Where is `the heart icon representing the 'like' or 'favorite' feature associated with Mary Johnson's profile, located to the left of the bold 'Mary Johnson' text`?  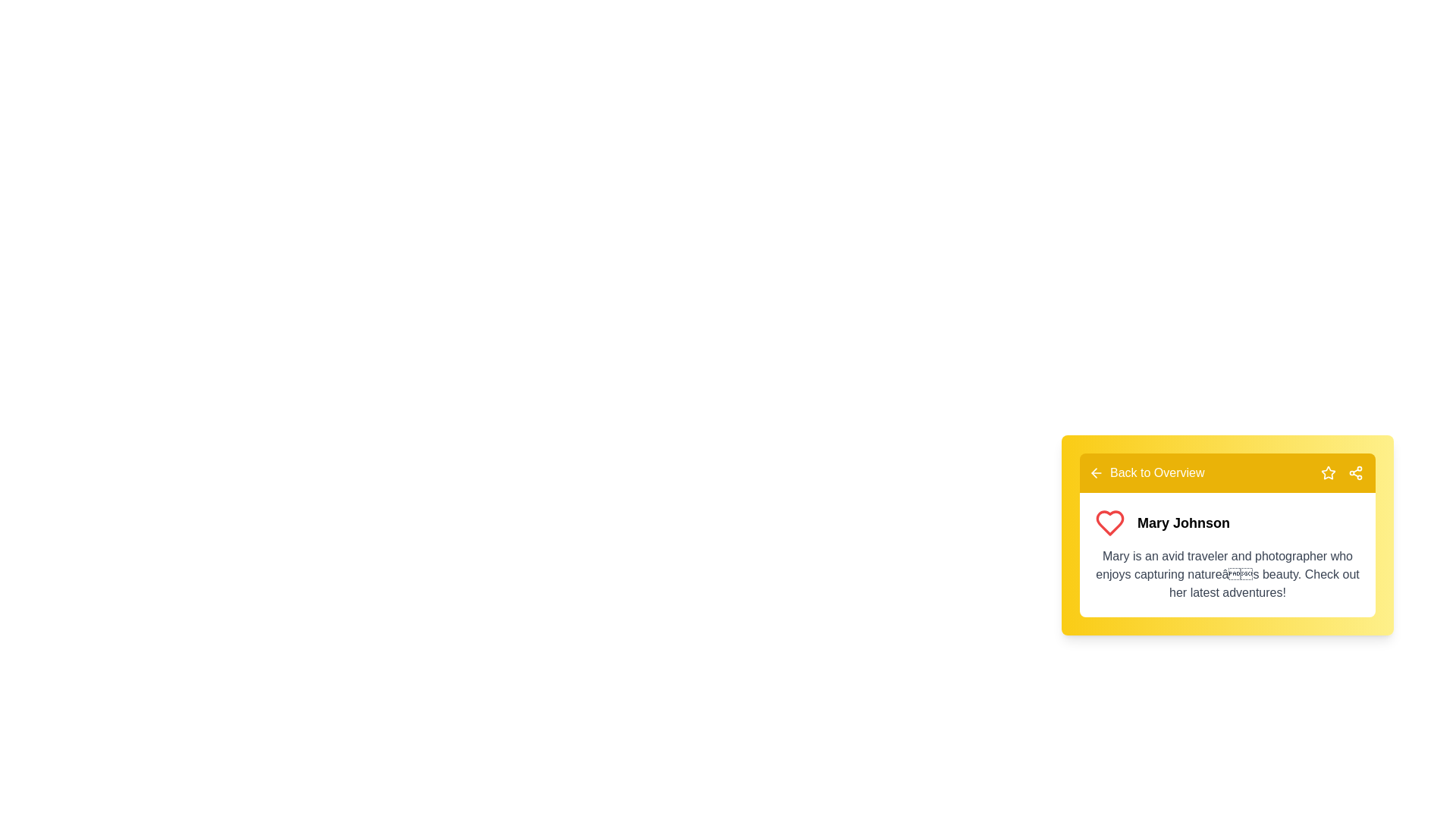 the heart icon representing the 'like' or 'favorite' feature associated with Mary Johnson's profile, located to the left of the bold 'Mary Johnson' text is located at coordinates (1110, 522).